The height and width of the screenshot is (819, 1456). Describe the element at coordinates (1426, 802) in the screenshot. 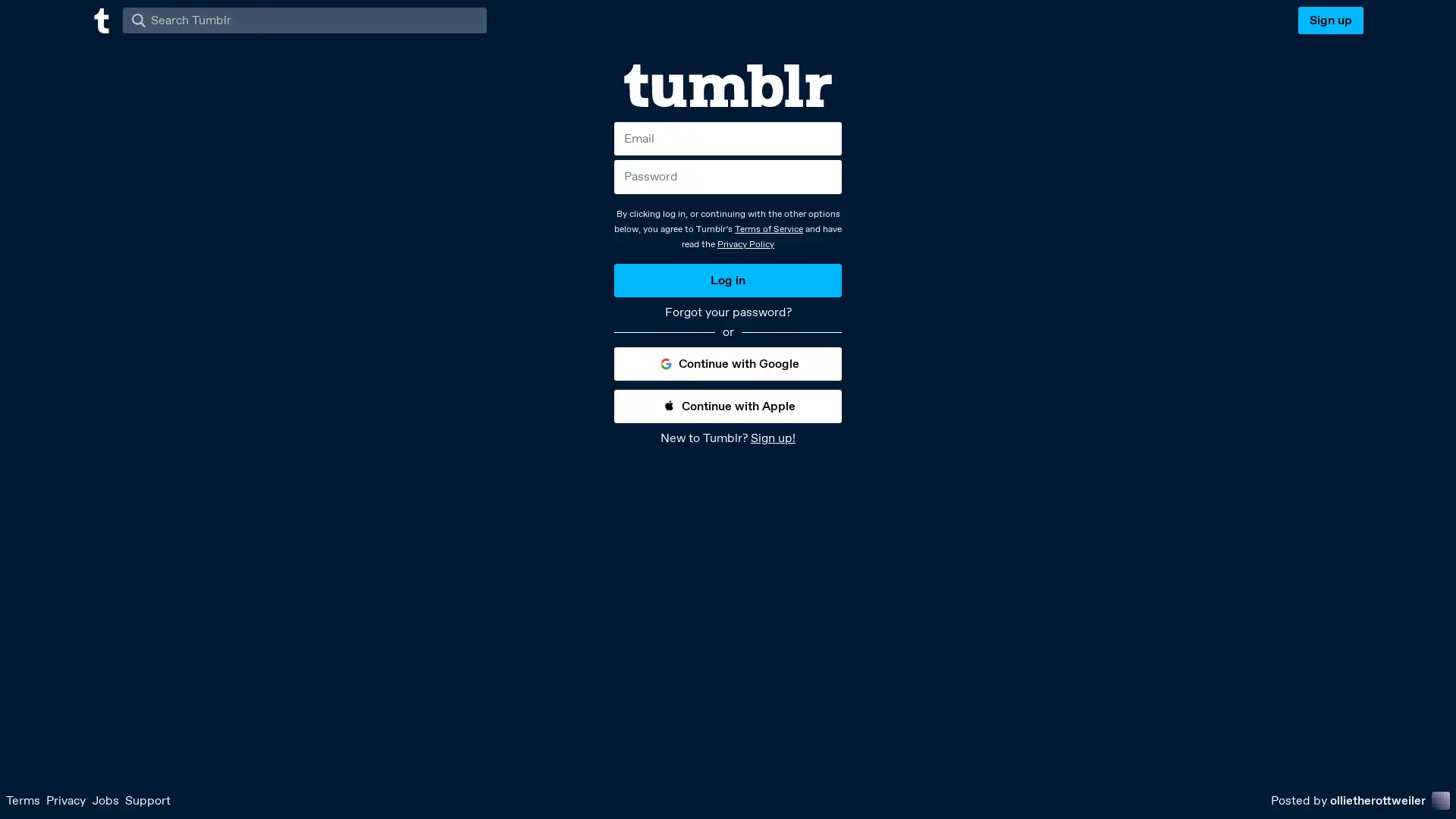

I see `Scroll to top` at that location.